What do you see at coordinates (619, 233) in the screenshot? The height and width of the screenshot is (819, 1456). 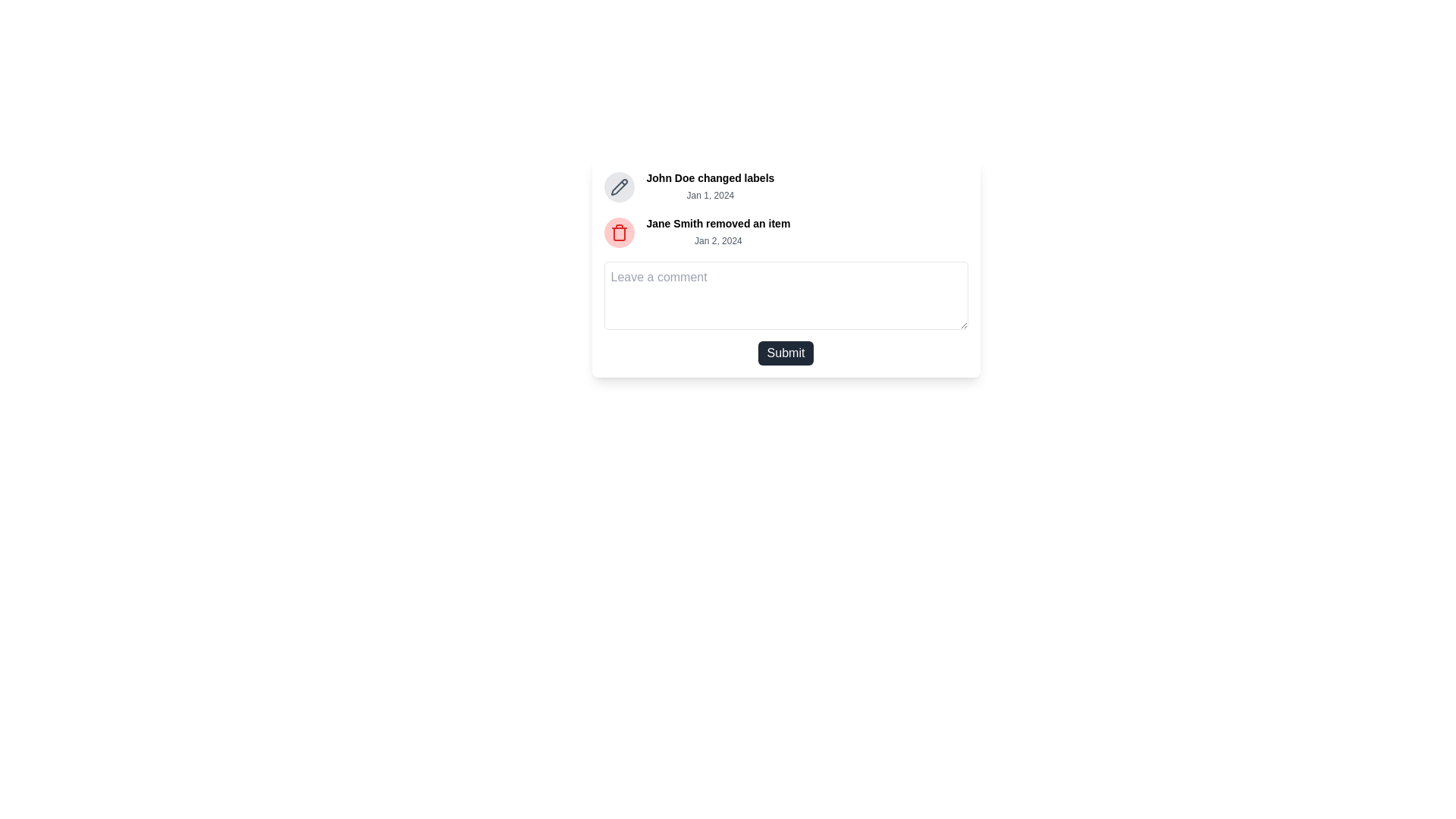 I see `the trash icon within the second event log item next to 'Jane Smith removed an item - Jan 2, 2024', which is depicted inside a circular red-shaded background` at bounding box center [619, 233].